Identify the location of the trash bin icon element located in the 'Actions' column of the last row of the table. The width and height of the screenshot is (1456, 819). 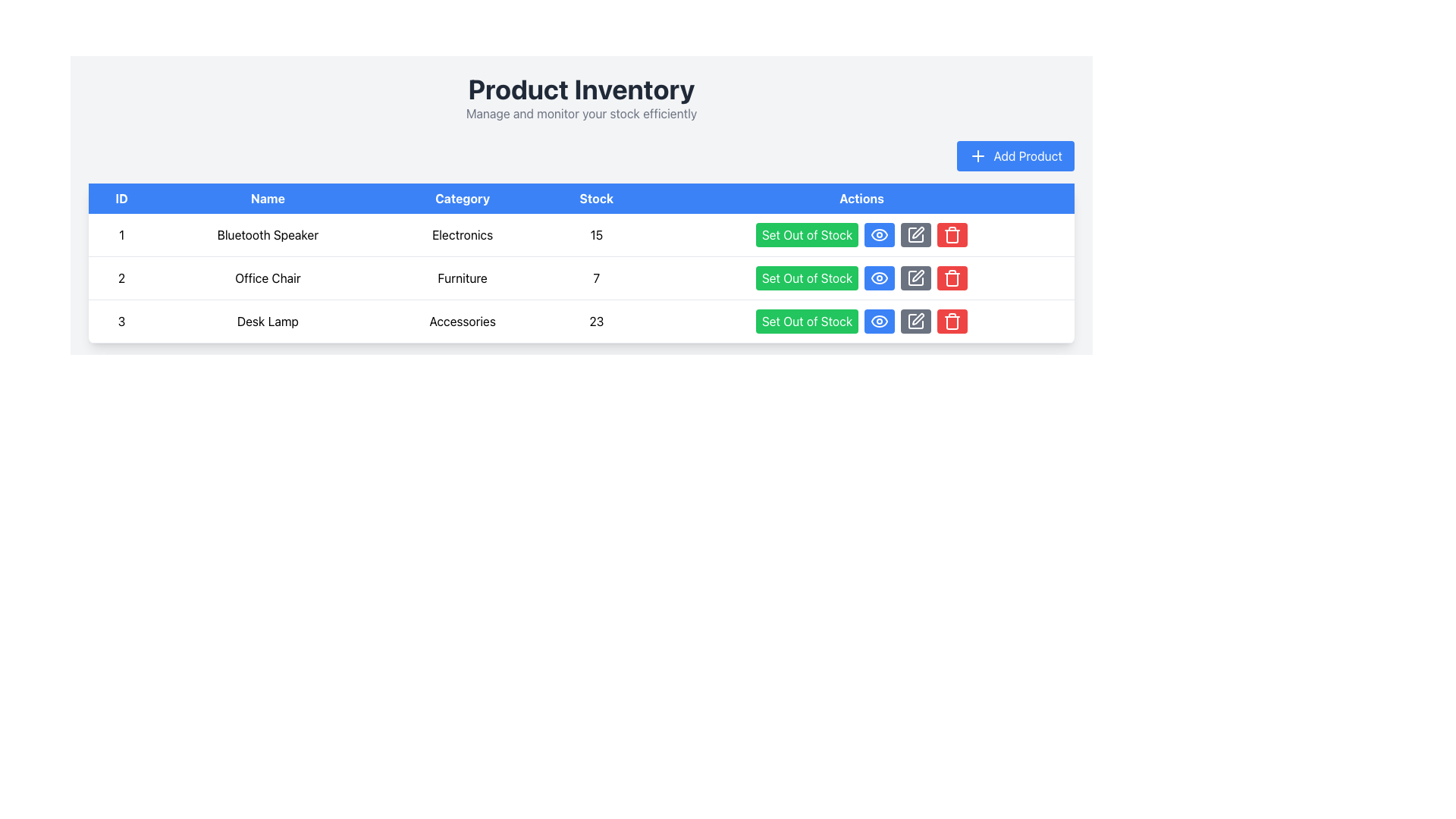
(952, 237).